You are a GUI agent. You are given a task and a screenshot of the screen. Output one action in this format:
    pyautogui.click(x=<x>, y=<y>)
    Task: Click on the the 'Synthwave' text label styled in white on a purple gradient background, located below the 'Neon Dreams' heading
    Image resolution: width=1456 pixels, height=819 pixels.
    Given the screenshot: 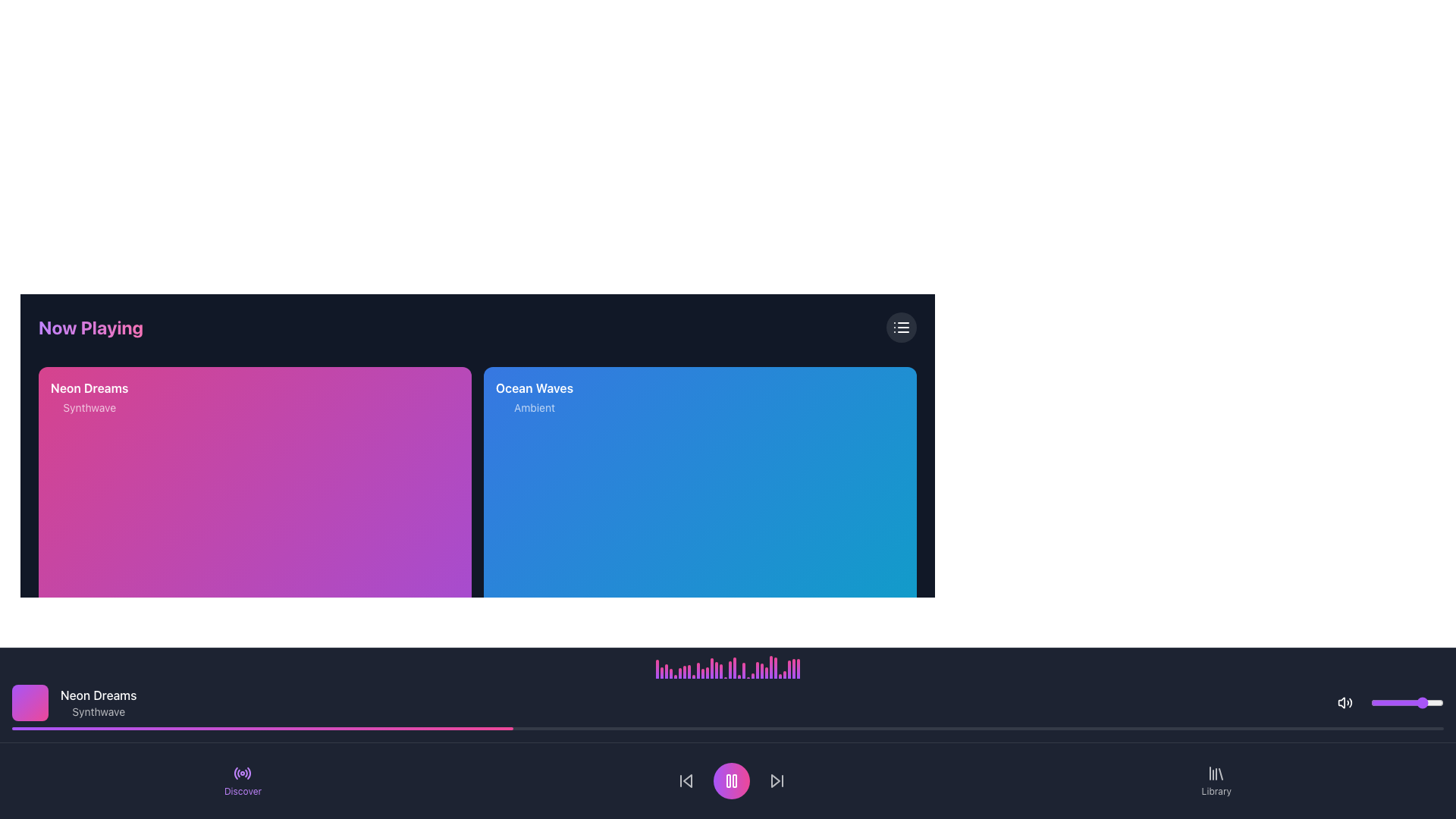 What is the action you would take?
    pyautogui.click(x=89, y=406)
    